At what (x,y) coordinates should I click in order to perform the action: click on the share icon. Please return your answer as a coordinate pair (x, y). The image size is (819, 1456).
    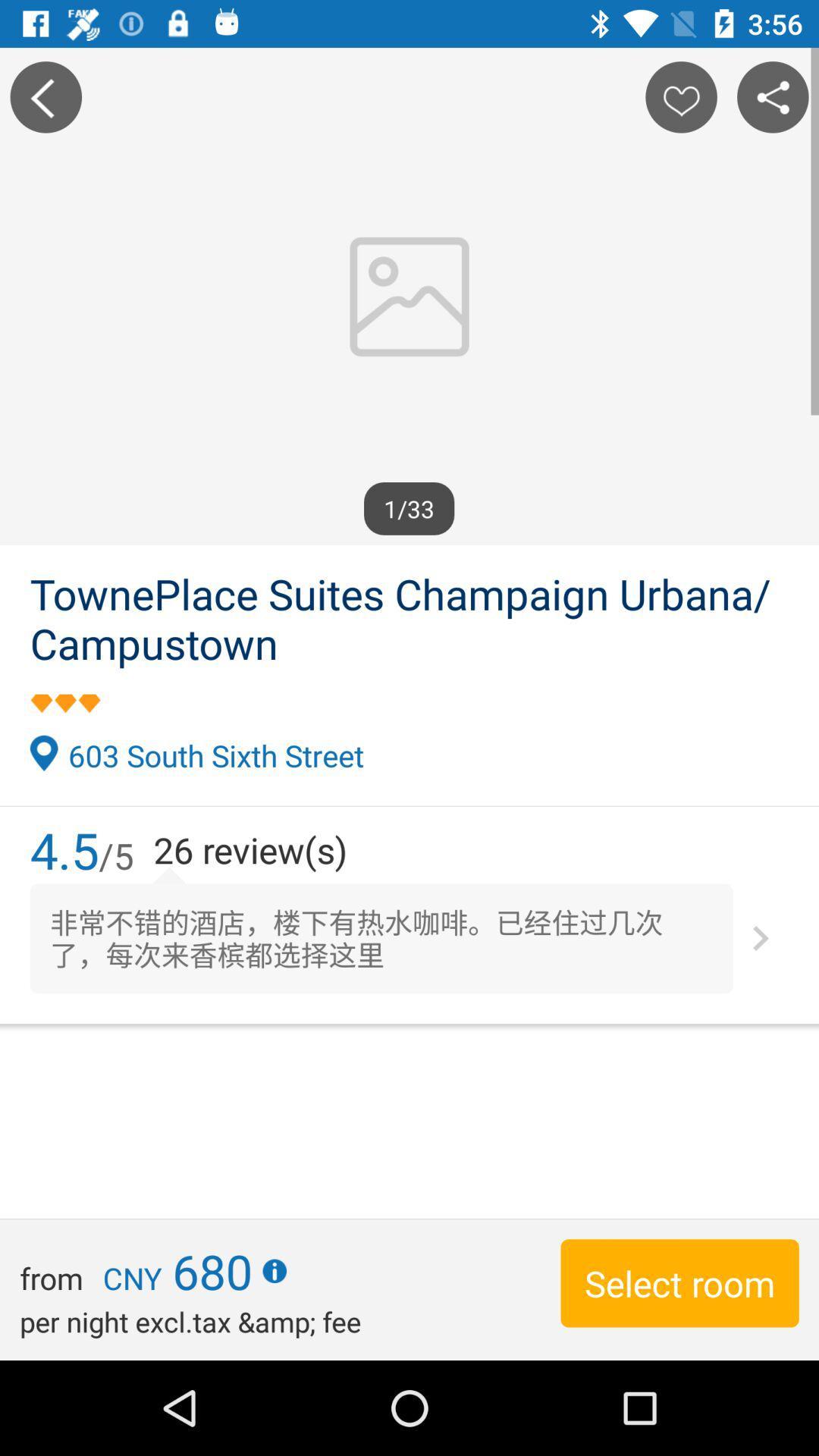
    Looking at the image, I should click on (773, 96).